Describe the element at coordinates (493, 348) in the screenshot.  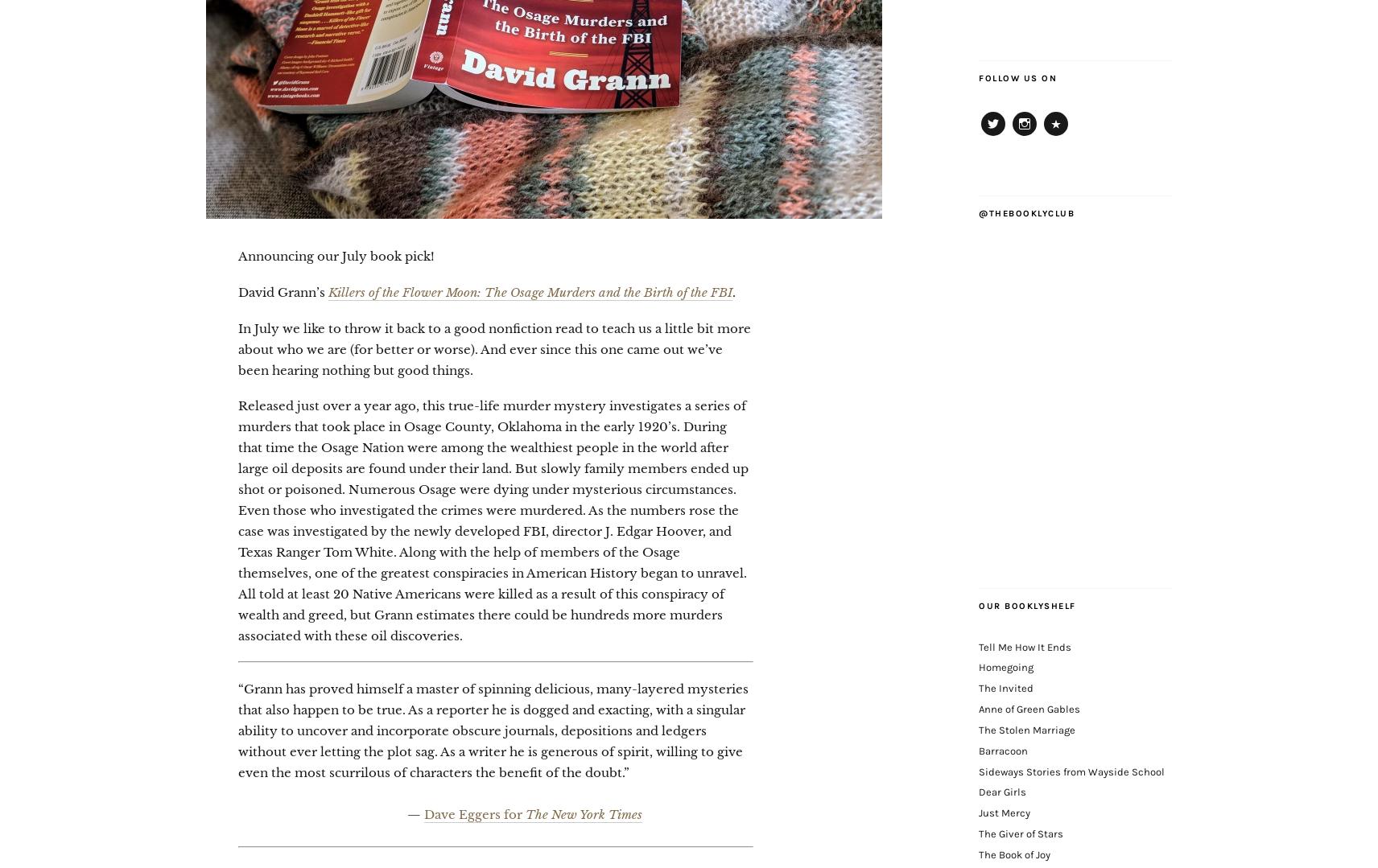
I see `'In July we like to throw it back to a good nonfiction read to teach us a little bit more about who we are (for better or worse). And ever since this one came out we’ve been hearing nothing but good things.'` at that location.